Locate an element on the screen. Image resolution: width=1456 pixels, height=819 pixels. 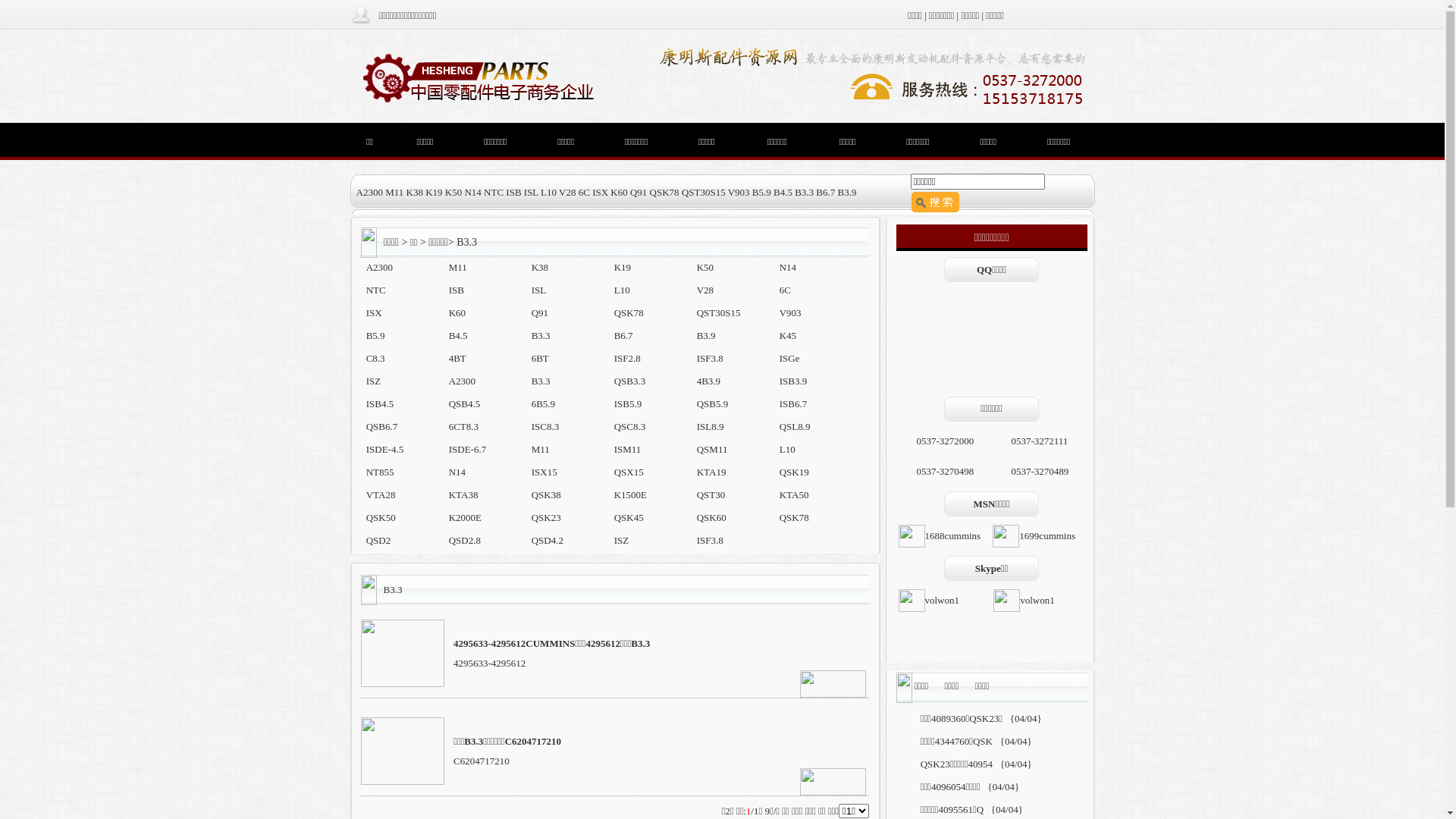
'NTC' is located at coordinates (375, 290).